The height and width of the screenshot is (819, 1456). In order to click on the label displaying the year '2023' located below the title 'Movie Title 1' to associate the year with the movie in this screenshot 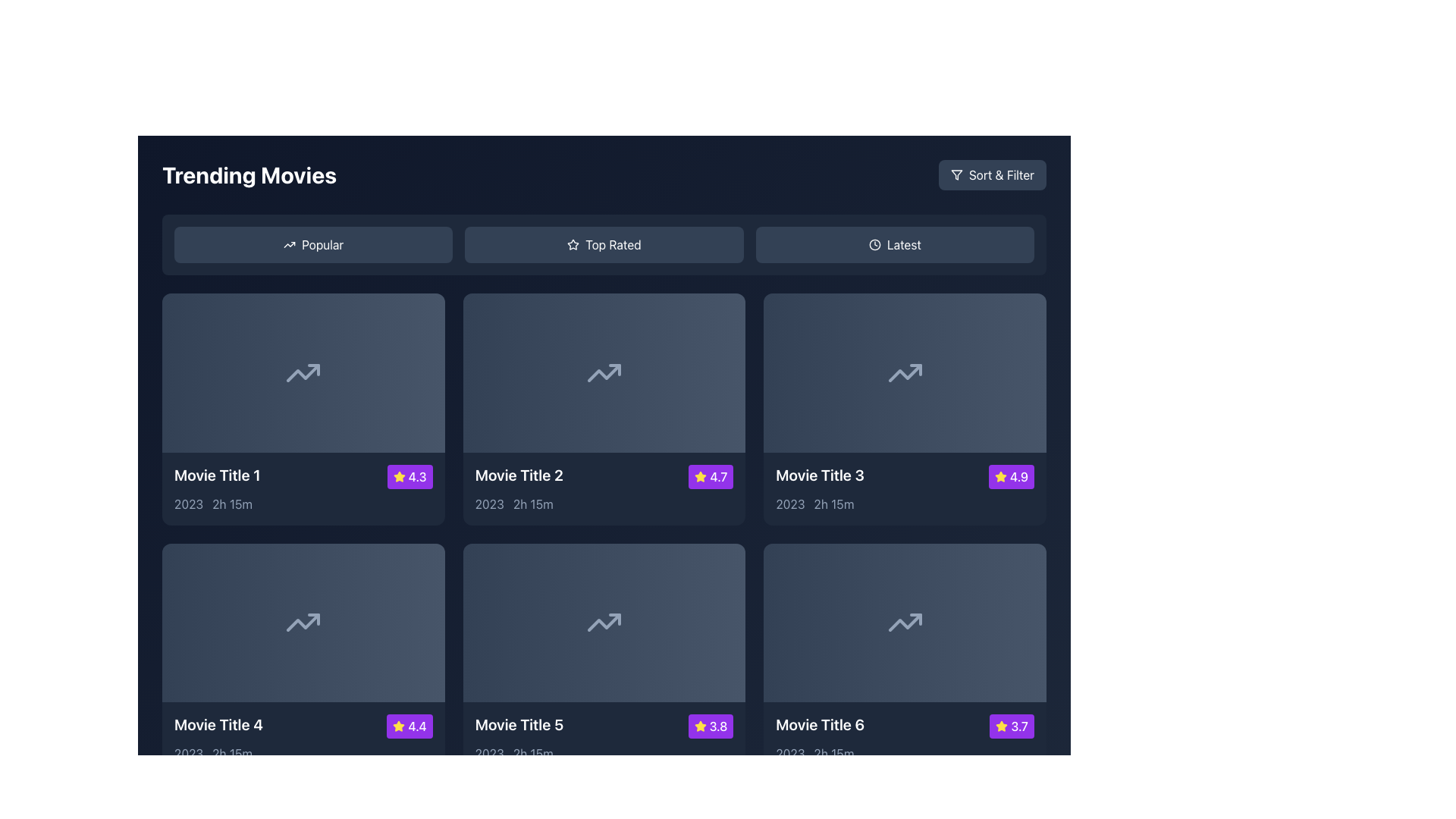, I will do `click(188, 504)`.